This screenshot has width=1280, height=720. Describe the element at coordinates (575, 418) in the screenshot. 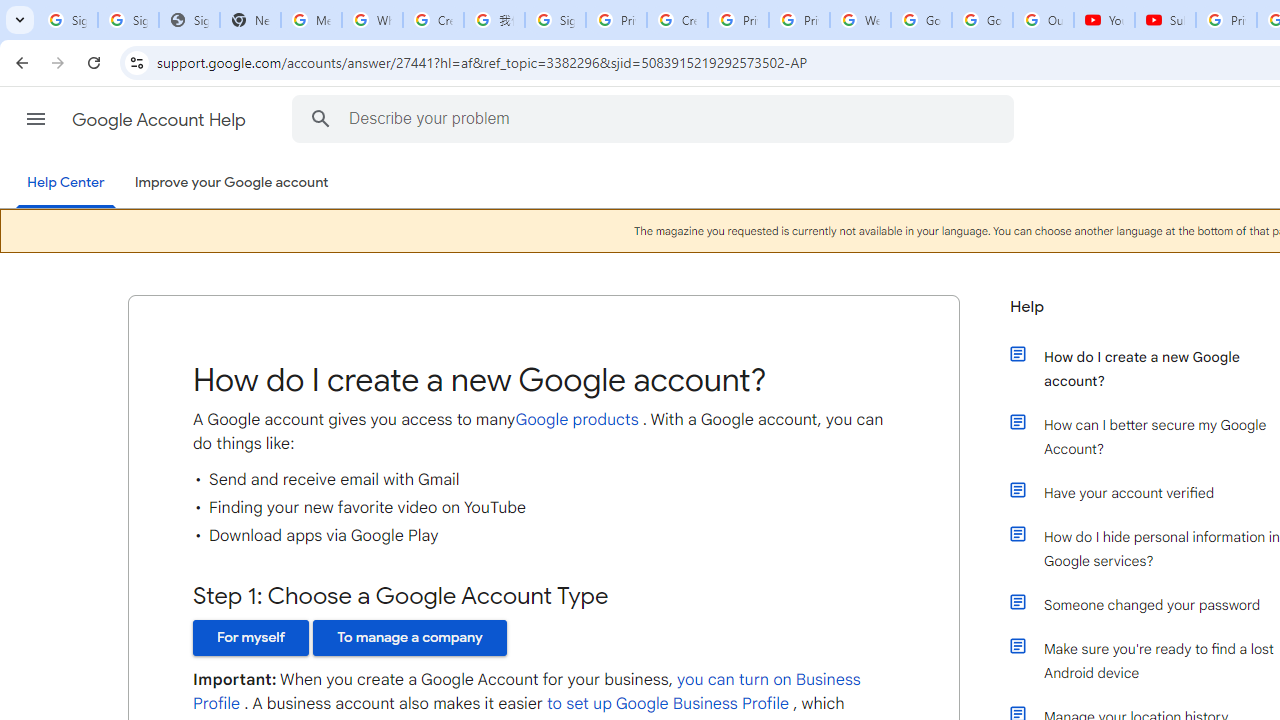

I see `'Google products'` at that location.